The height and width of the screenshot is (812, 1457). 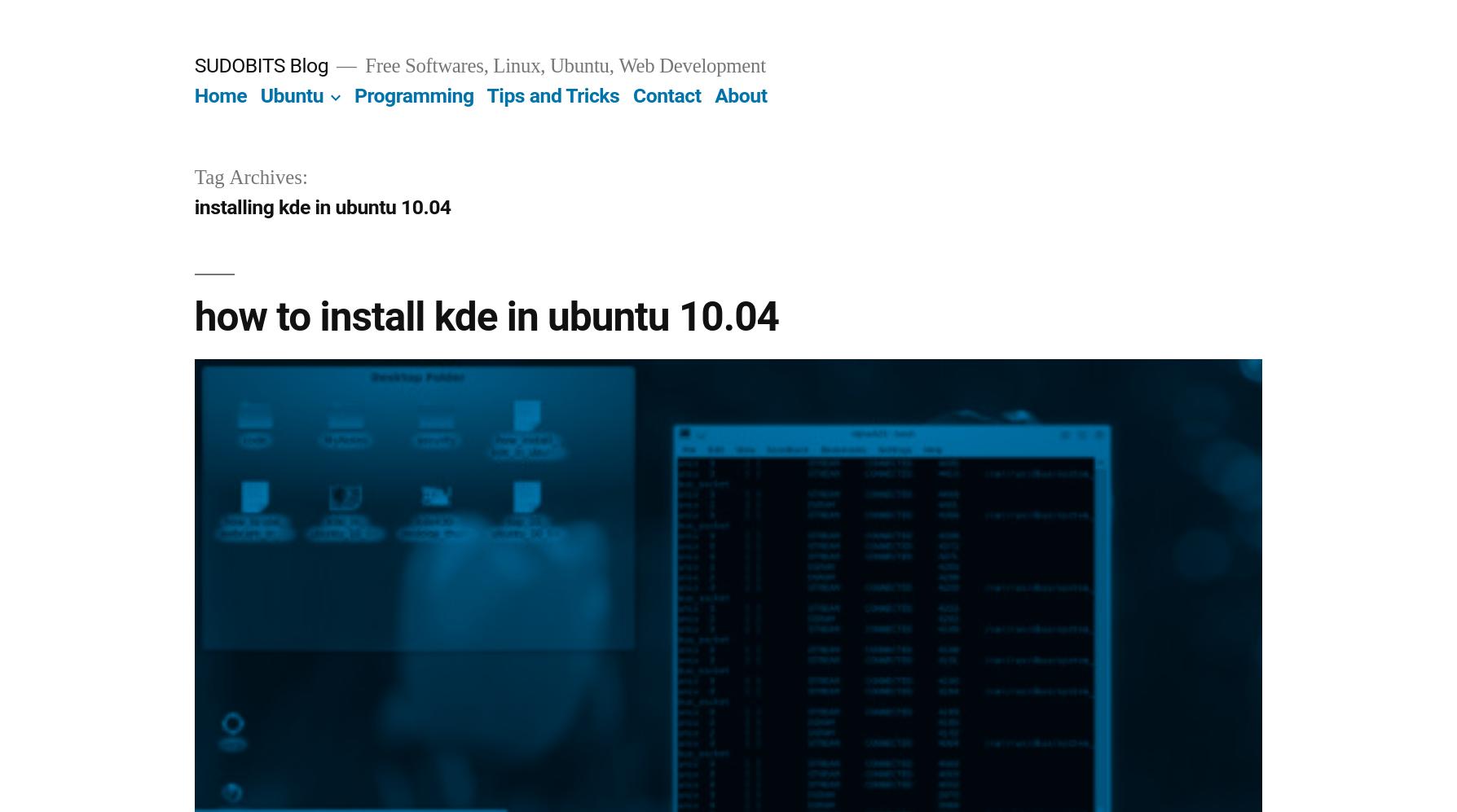 I want to click on 'Contact', so click(x=666, y=95).